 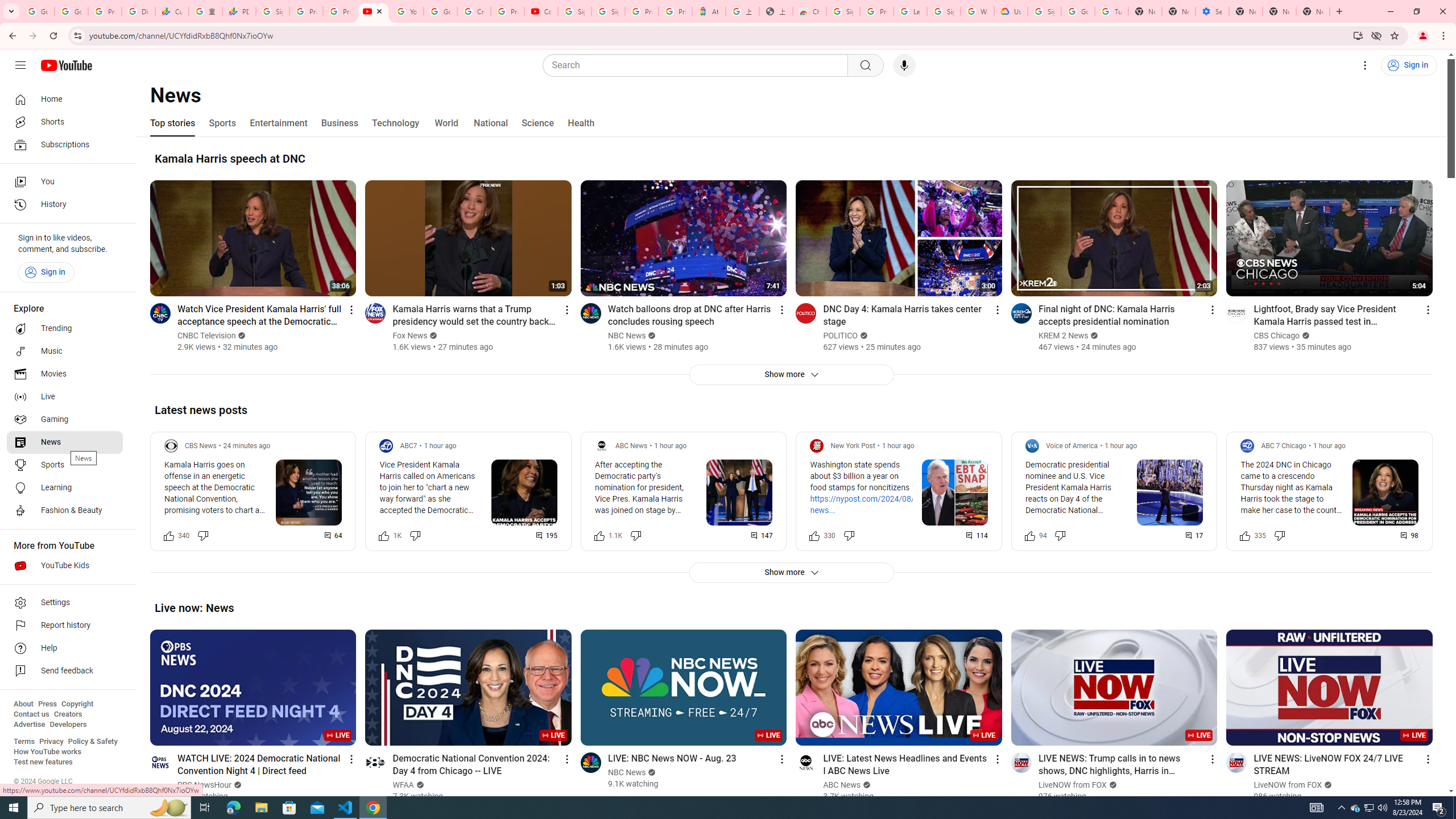 What do you see at coordinates (64, 625) in the screenshot?
I see `'Report history'` at bounding box center [64, 625].